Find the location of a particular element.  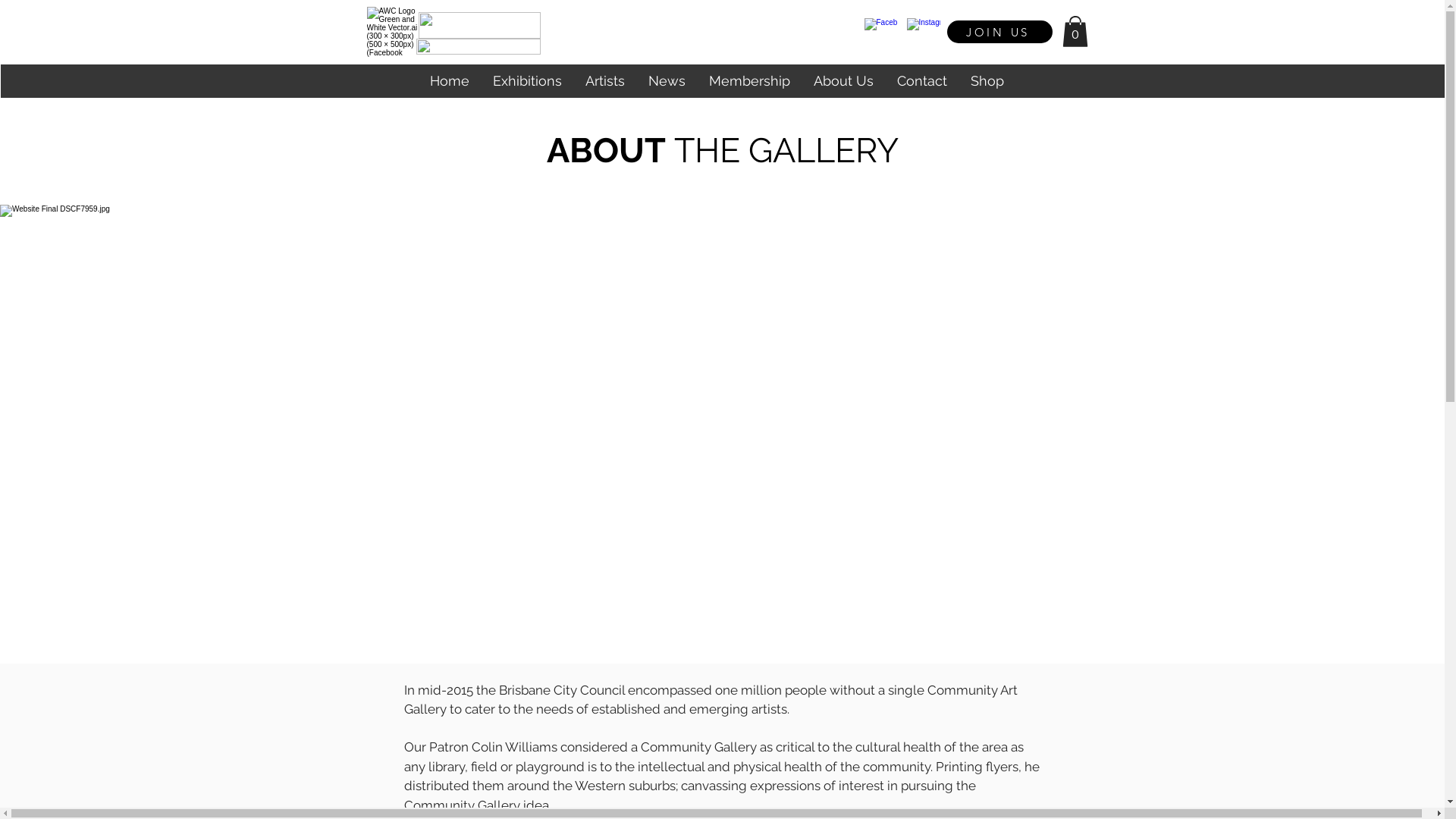

'Membership' is located at coordinates (748, 81).